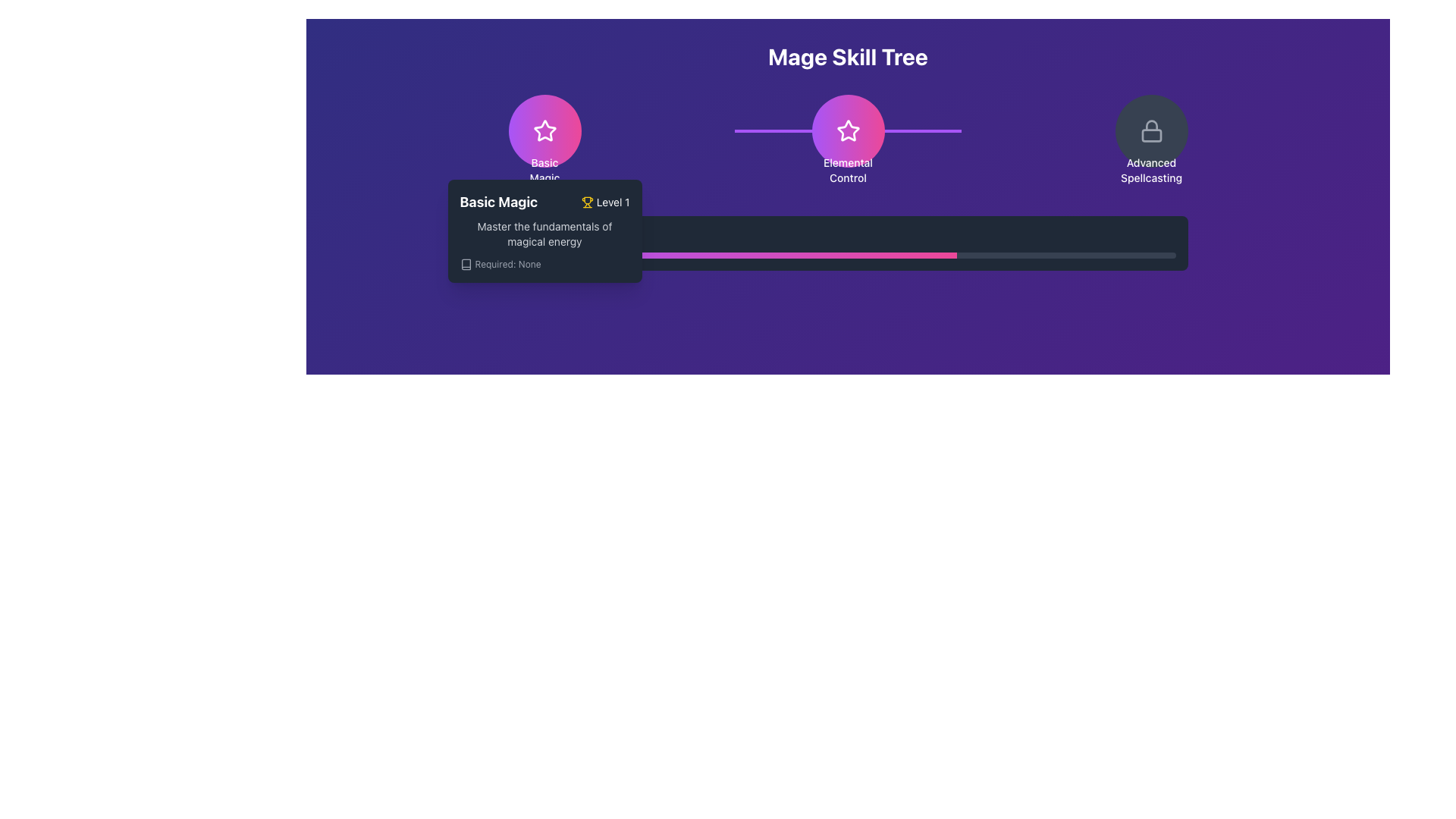 The image size is (1456, 819). Describe the element at coordinates (1151, 130) in the screenshot. I see `the lock icon styled with a gray color, located within a circular dark gray background in the top-right portion of the interface under 'Advanced Spellcasting'` at that location.